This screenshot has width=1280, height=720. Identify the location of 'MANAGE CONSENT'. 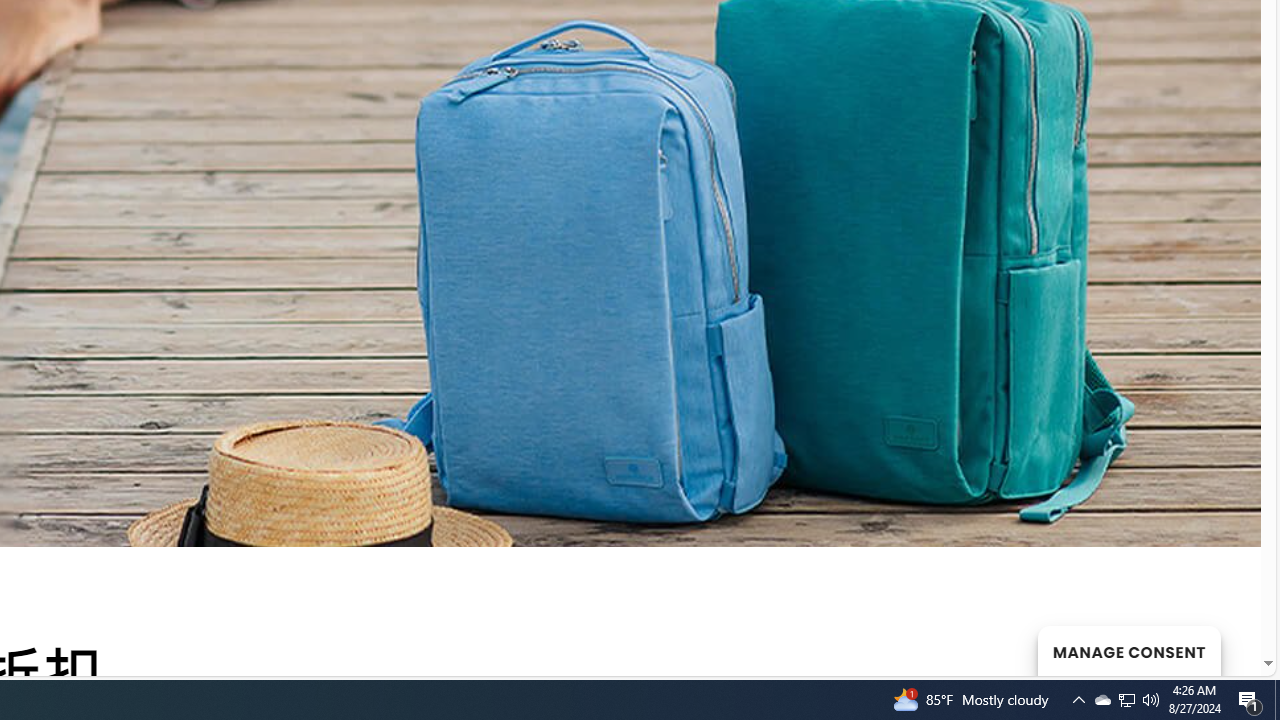
(1128, 650).